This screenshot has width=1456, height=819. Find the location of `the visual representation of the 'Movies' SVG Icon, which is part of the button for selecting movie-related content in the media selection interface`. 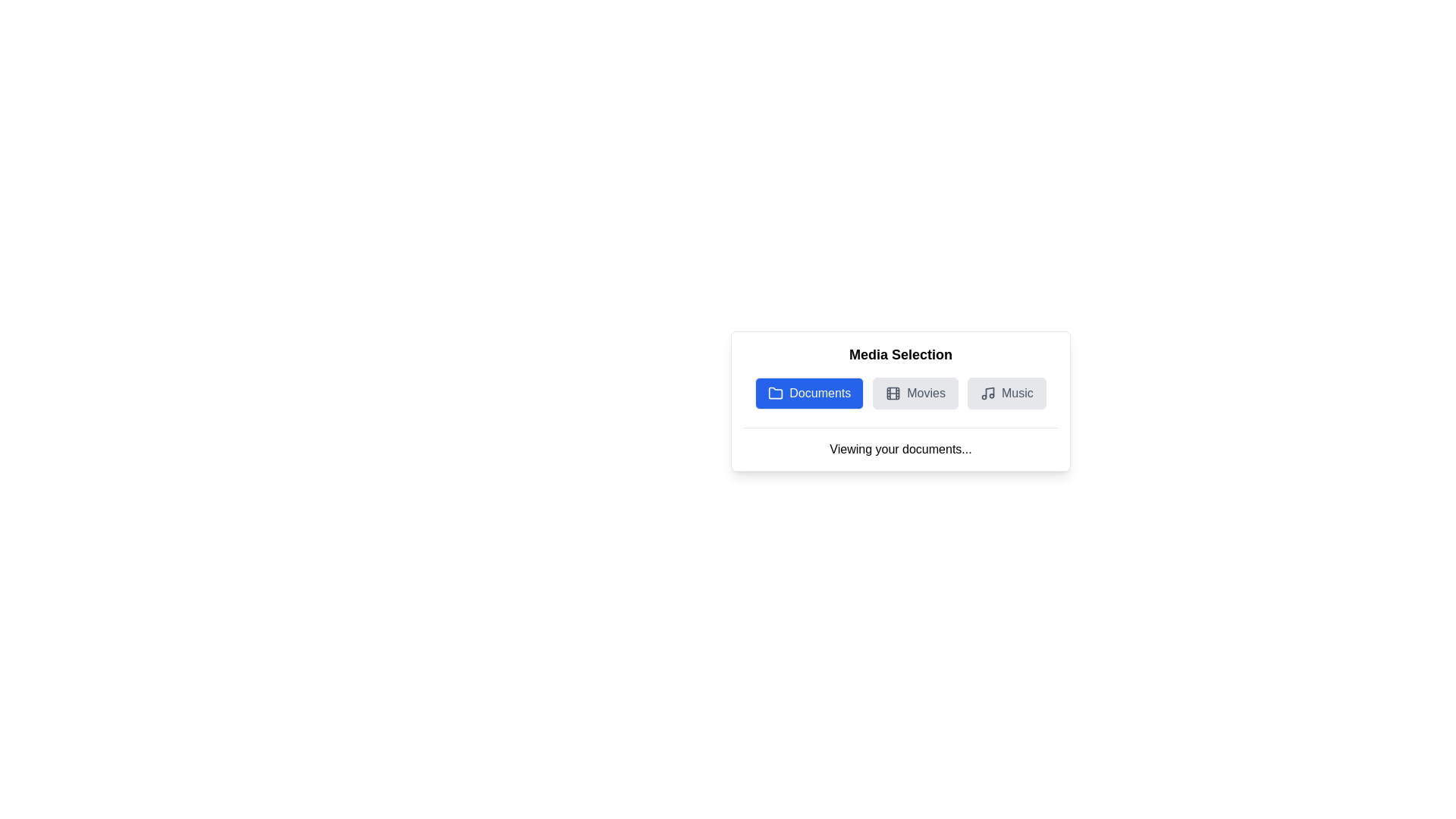

the visual representation of the 'Movies' SVG Icon, which is part of the button for selecting movie-related content in the media selection interface is located at coordinates (893, 393).